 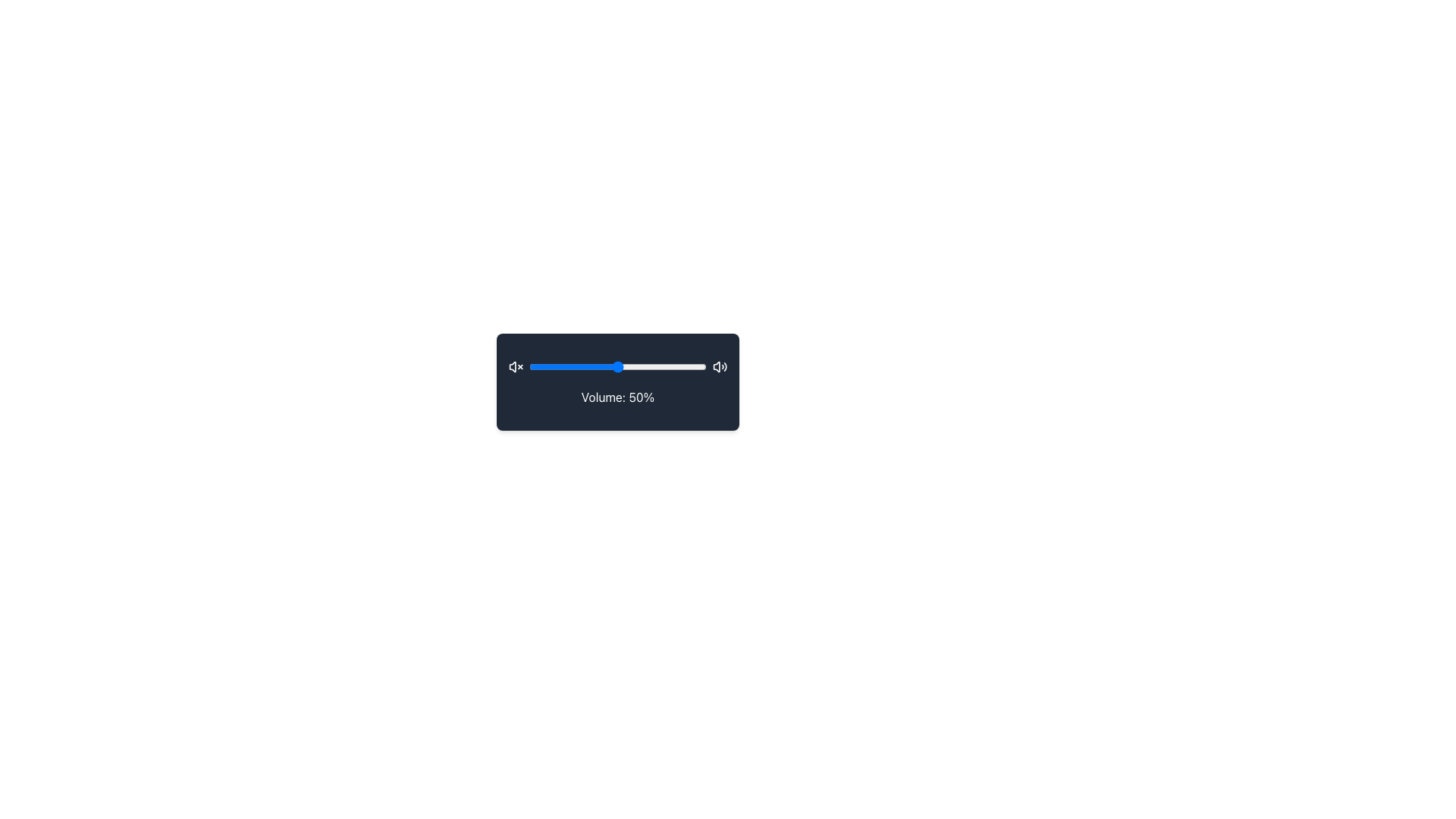 What do you see at coordinates (545, 366) in the screenshot?
I see `the volume` at bounding box center [545, 366].